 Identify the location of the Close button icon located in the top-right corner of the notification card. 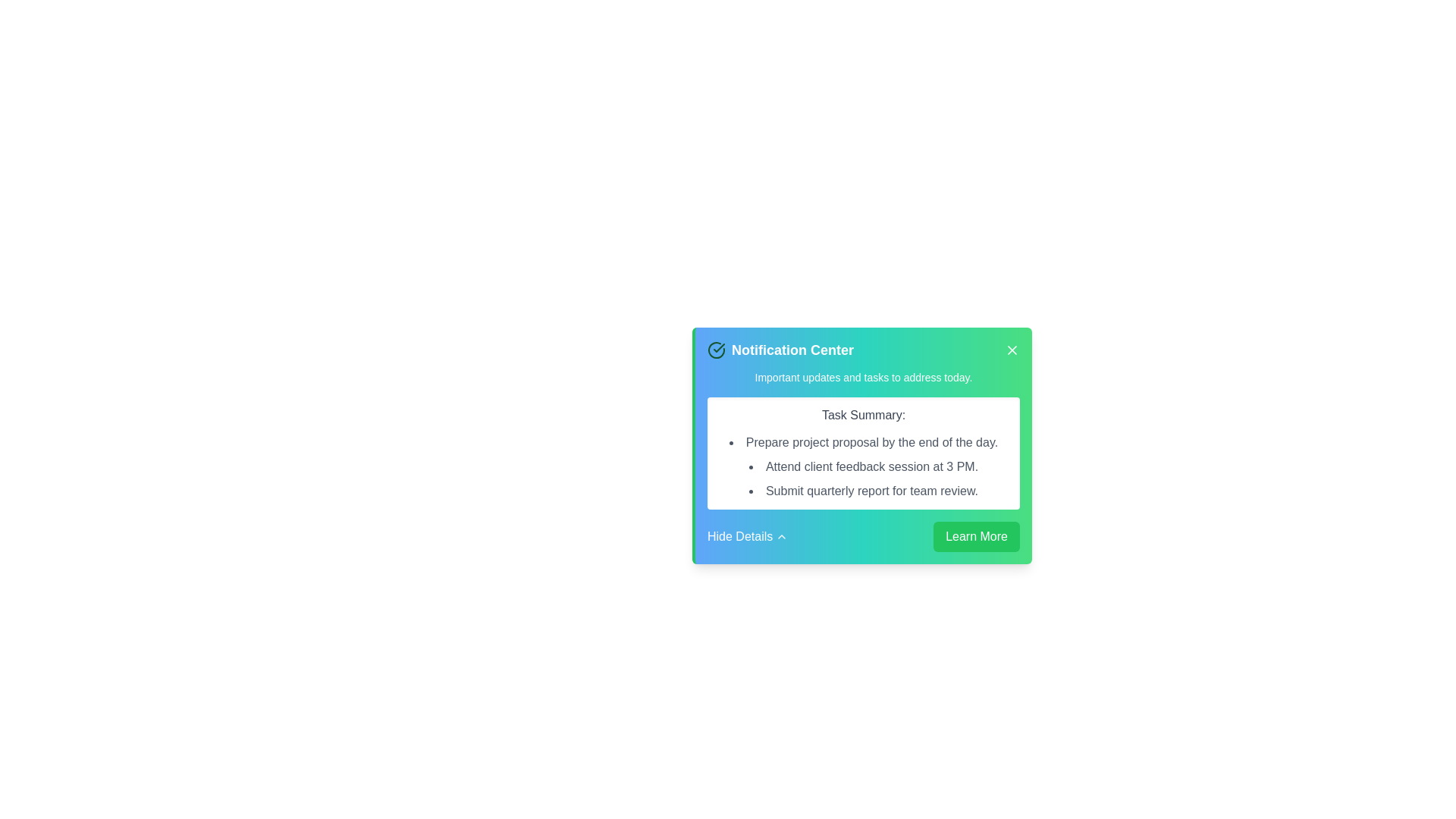
(1012, 350).